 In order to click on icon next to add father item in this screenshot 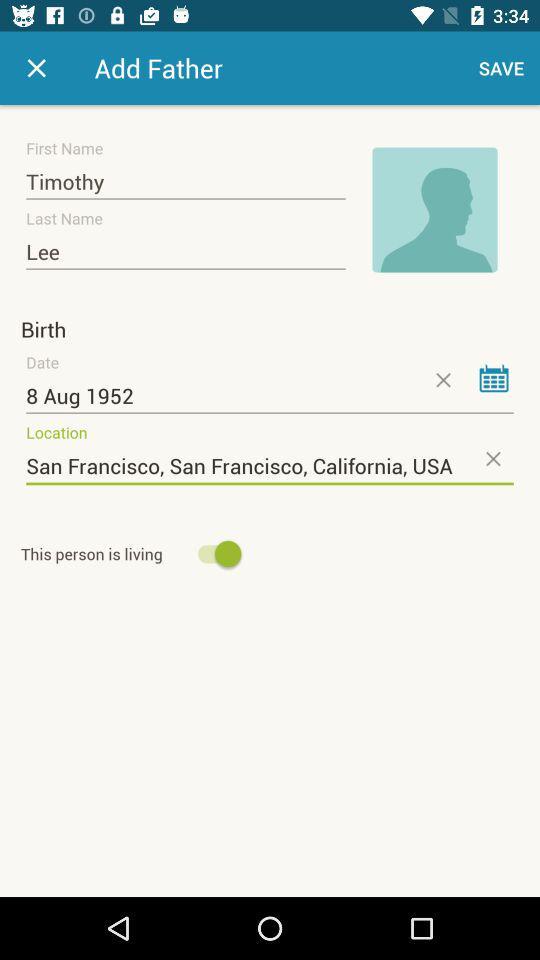, I will do `click(36, 68)`.